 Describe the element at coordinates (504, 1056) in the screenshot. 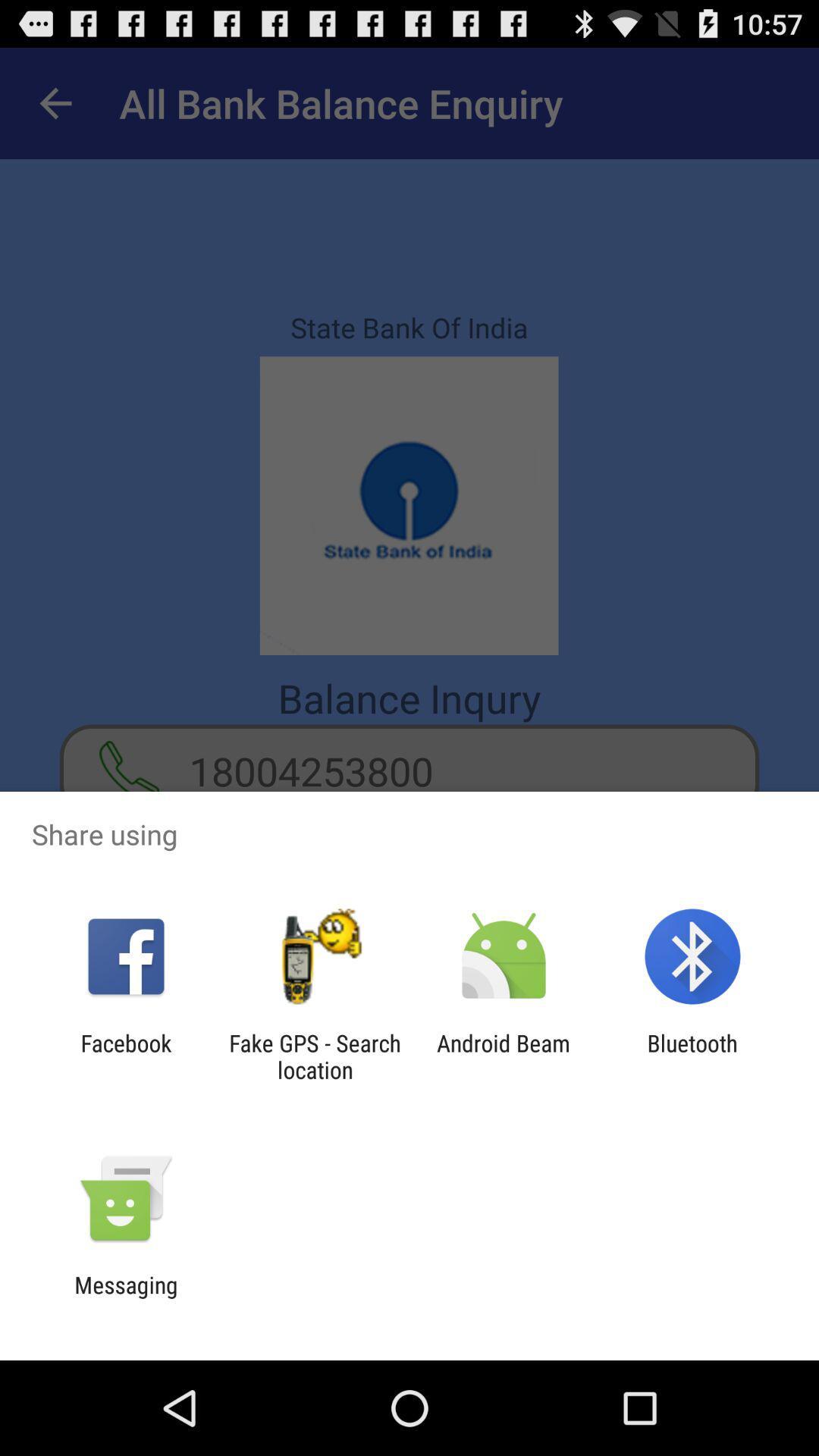

I see `icon next to the bluetooth item` at that location.